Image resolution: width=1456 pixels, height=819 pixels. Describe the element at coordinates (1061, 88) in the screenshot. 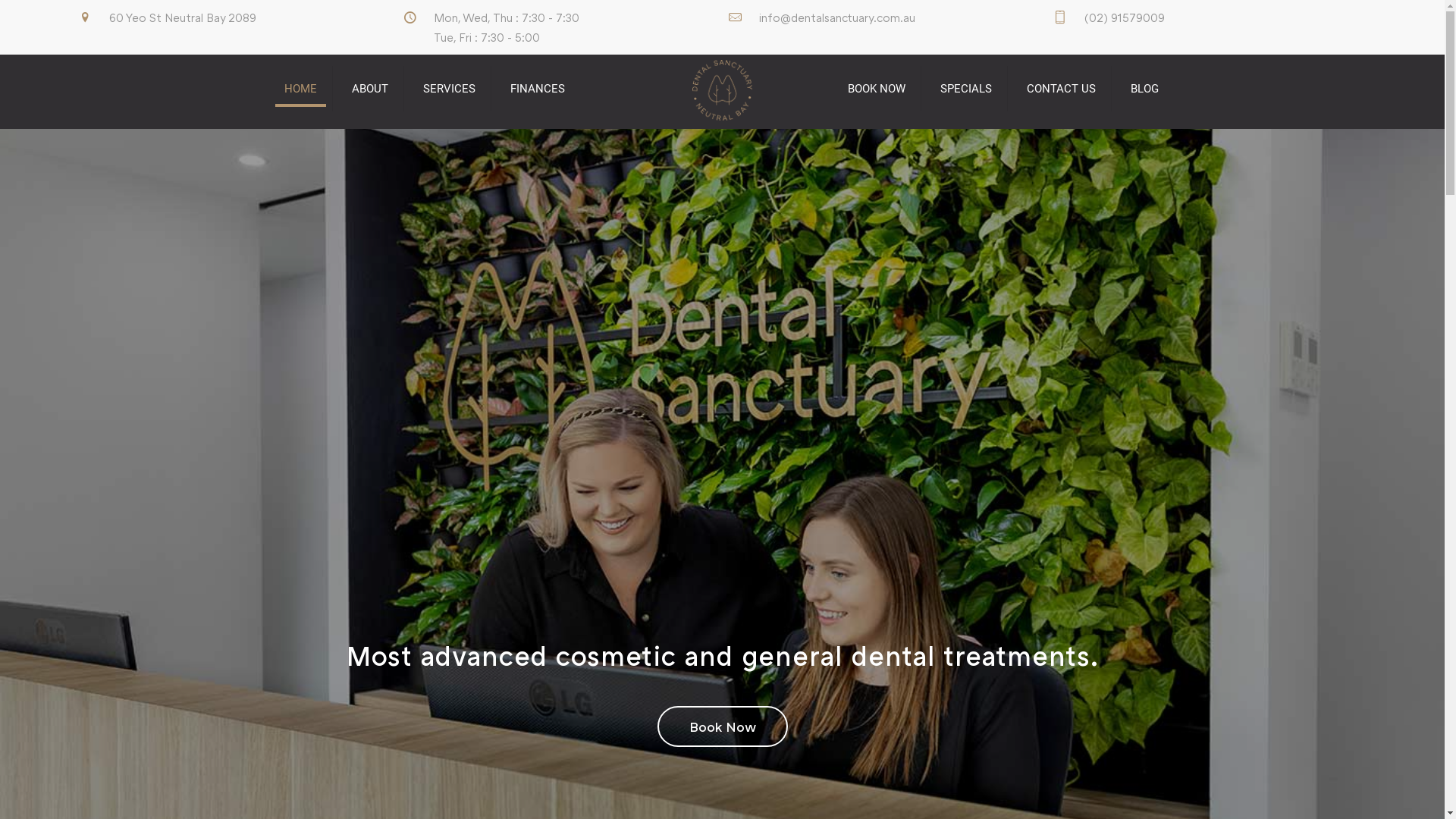

I see `'CONTACT US'` at that location.